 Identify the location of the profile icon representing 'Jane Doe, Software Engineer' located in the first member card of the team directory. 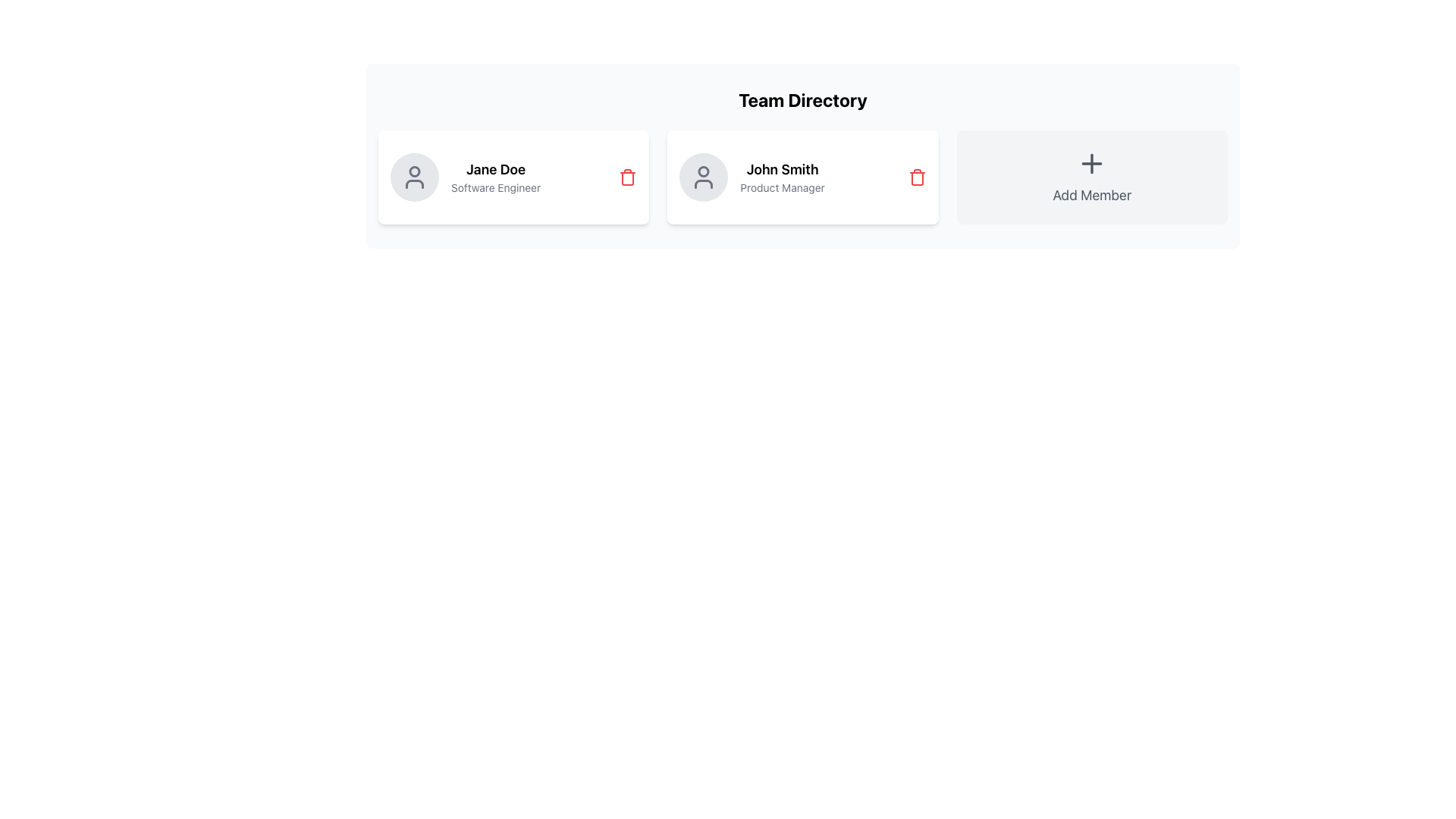
(415, 177).